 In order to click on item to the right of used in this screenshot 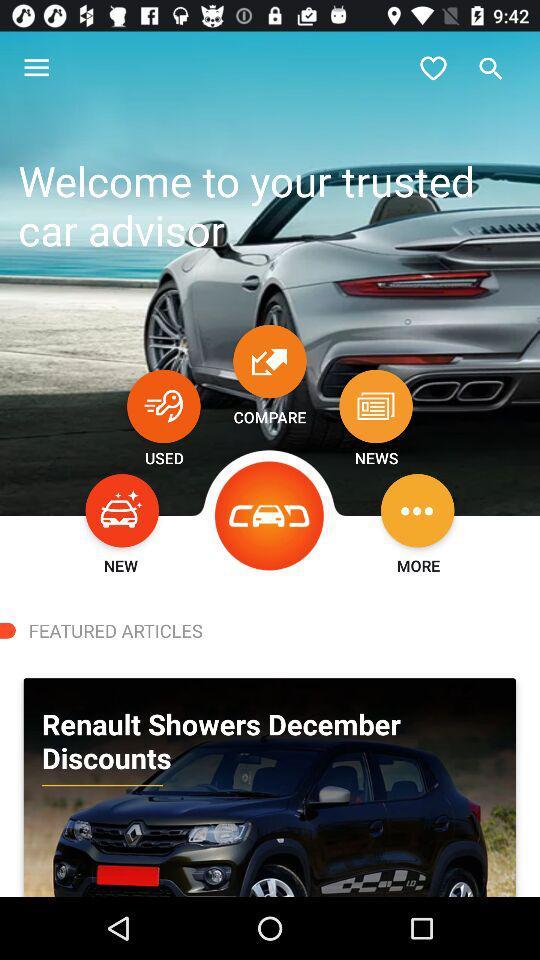, I will do `click(270, 515)`.